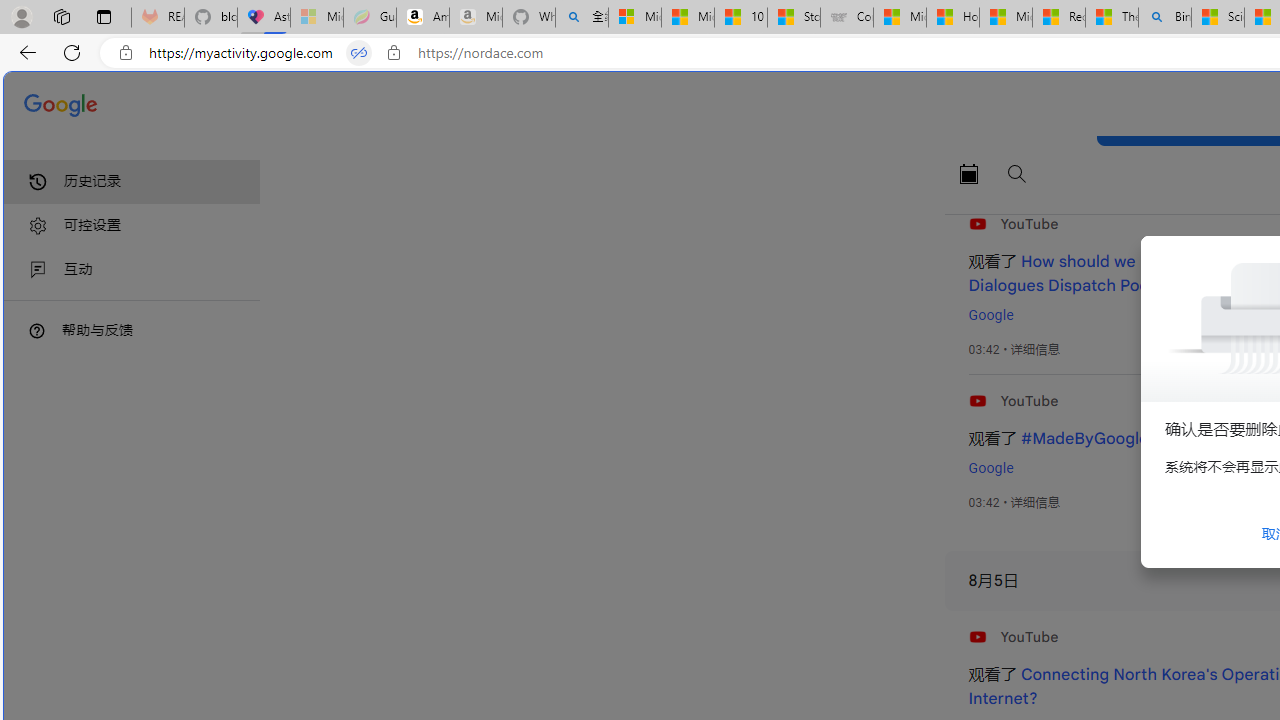 The image size is (1280, 720). Describe the element at coordinates (793, 17) in the screenshot. I see `'Stocks - MSN'` at that location.